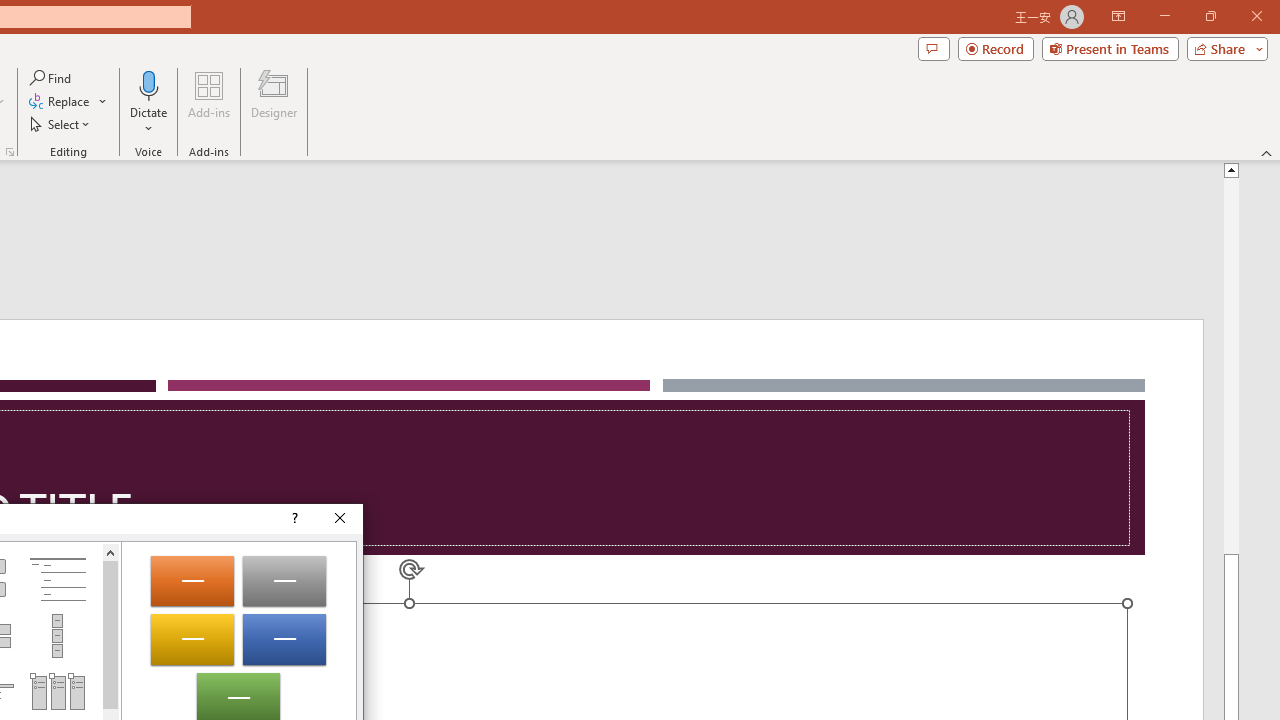 This screenshot has width=1280, height=720. Describe the element at coordinates (273, 103) in the screenshot. I see `'Designer'` at that location.